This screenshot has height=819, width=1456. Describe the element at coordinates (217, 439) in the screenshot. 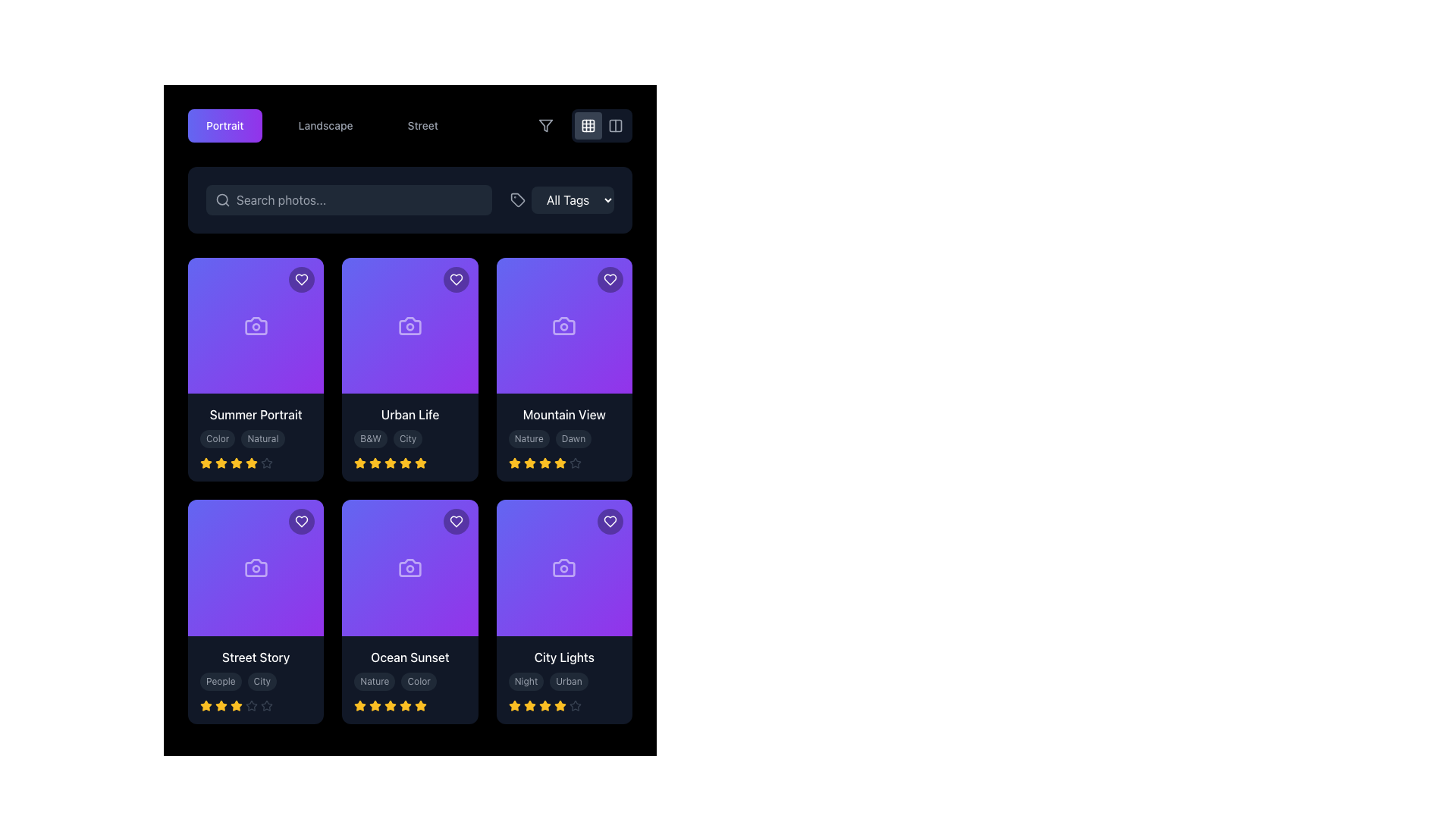

I see `the static text label that reads 'Color,' which has a dark gray background and light gray rounded border, located below the title 'Summer Portrait' in the top-left card of the grid layout` at that location.